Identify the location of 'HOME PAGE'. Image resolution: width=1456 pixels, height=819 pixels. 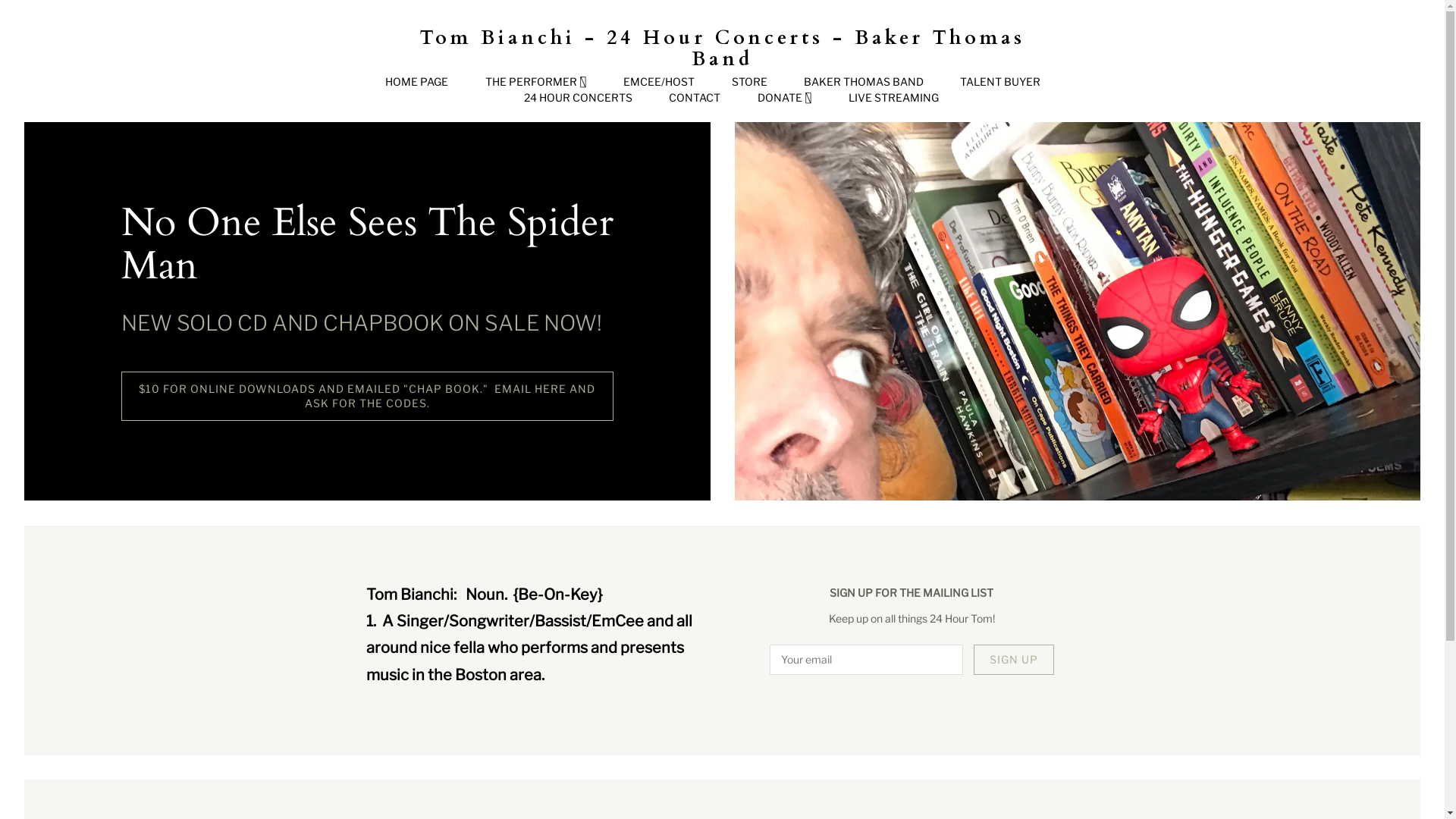
(416, 82).